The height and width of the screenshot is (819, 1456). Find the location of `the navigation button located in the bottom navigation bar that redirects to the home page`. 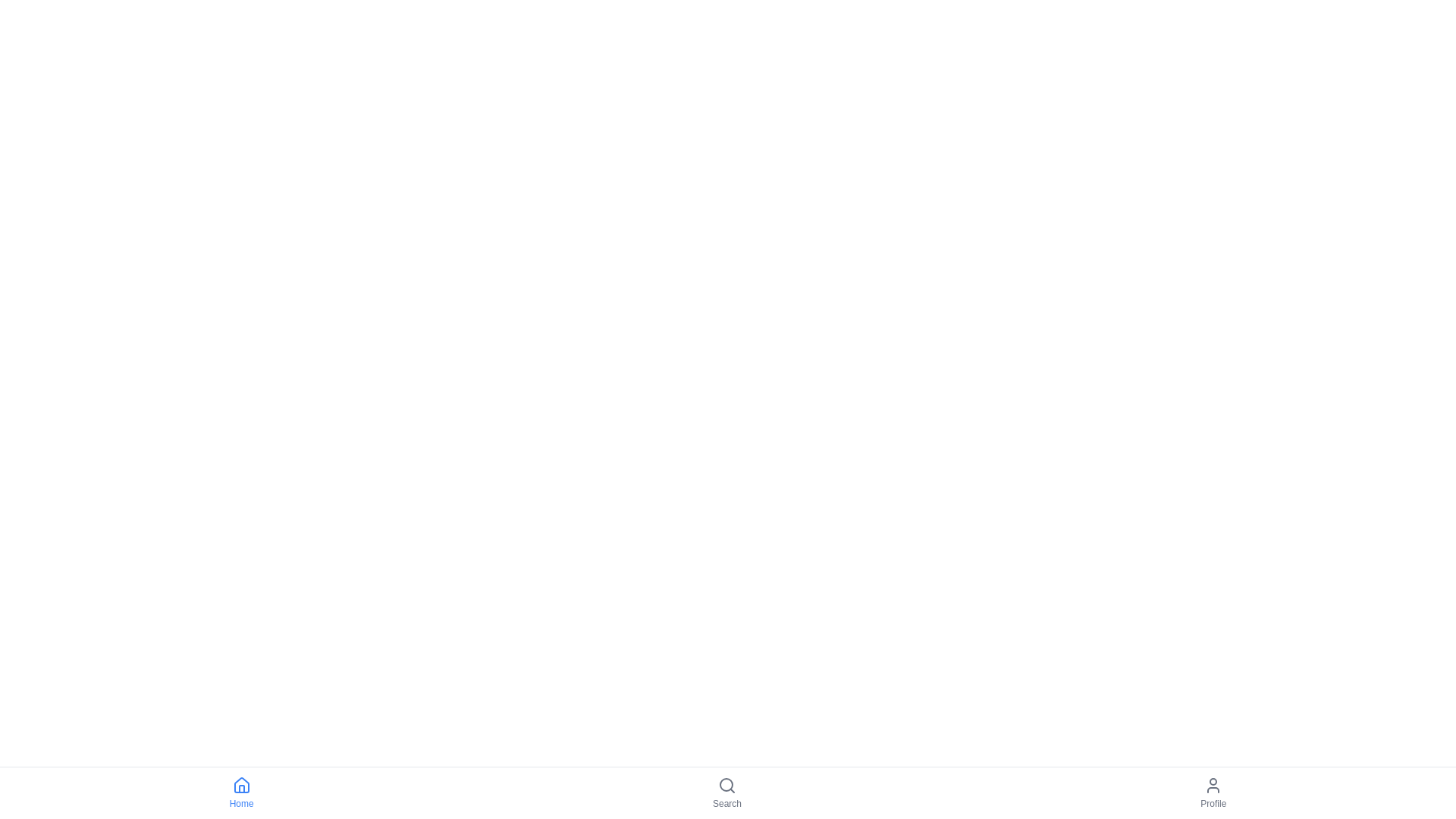

the navigation button located in the bottom navigation bar that redirects to the home page is located at coordinates (240, 792).